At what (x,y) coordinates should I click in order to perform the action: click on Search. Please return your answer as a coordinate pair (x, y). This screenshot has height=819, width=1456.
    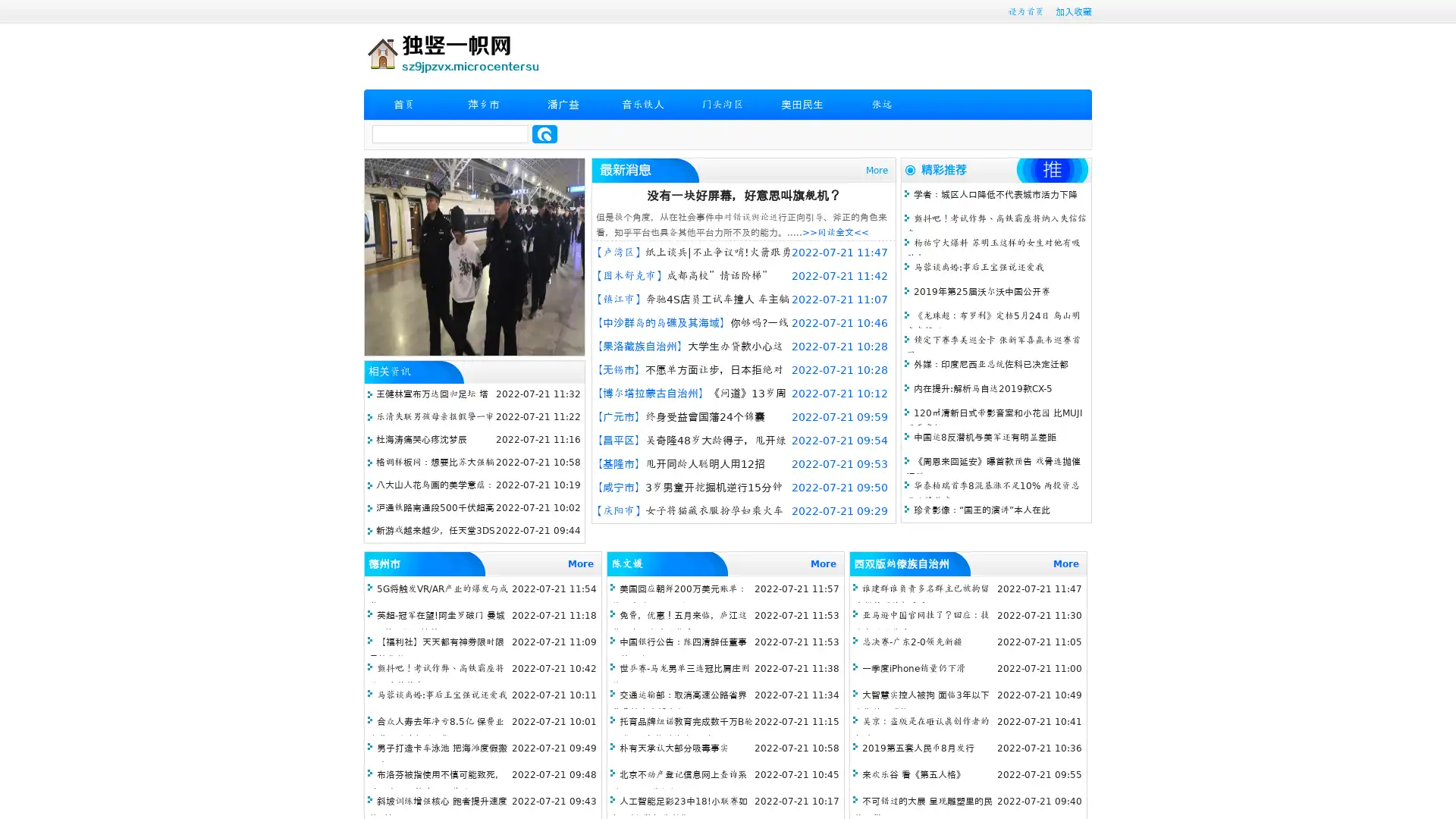
    Looking at the image, I should click on (544, 133).